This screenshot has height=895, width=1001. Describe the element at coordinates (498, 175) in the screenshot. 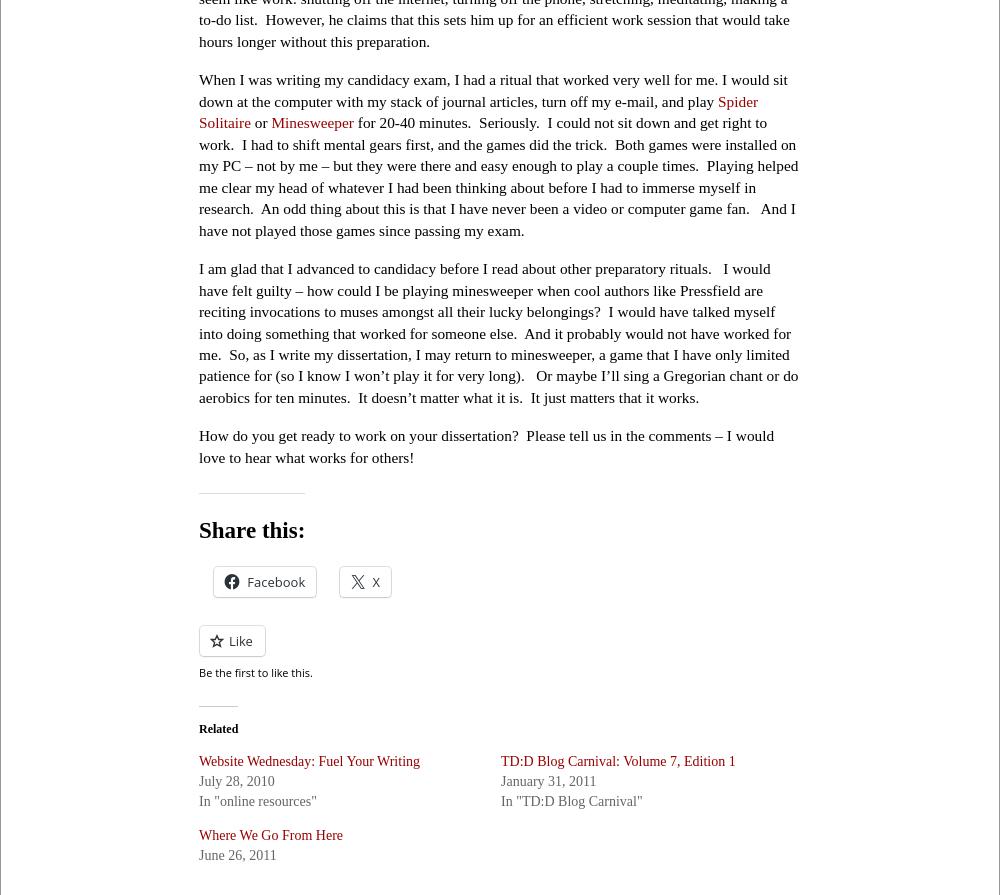

I see `'for 20-40 minutes.  Seriously.  I could not sit down and get right to work.  I had to shift mental gears first, and the games did the trick.  Both games were installed on my PC – not by me – but they were there and easy enough to play a couple times.  Playing helped me clear my head of whatever I had been thinking about before I had to immerse myself in research.  An odd thing about this is that I have never been a video or computer game fan.   And I have not played those games since passing my exam.'` at that location.